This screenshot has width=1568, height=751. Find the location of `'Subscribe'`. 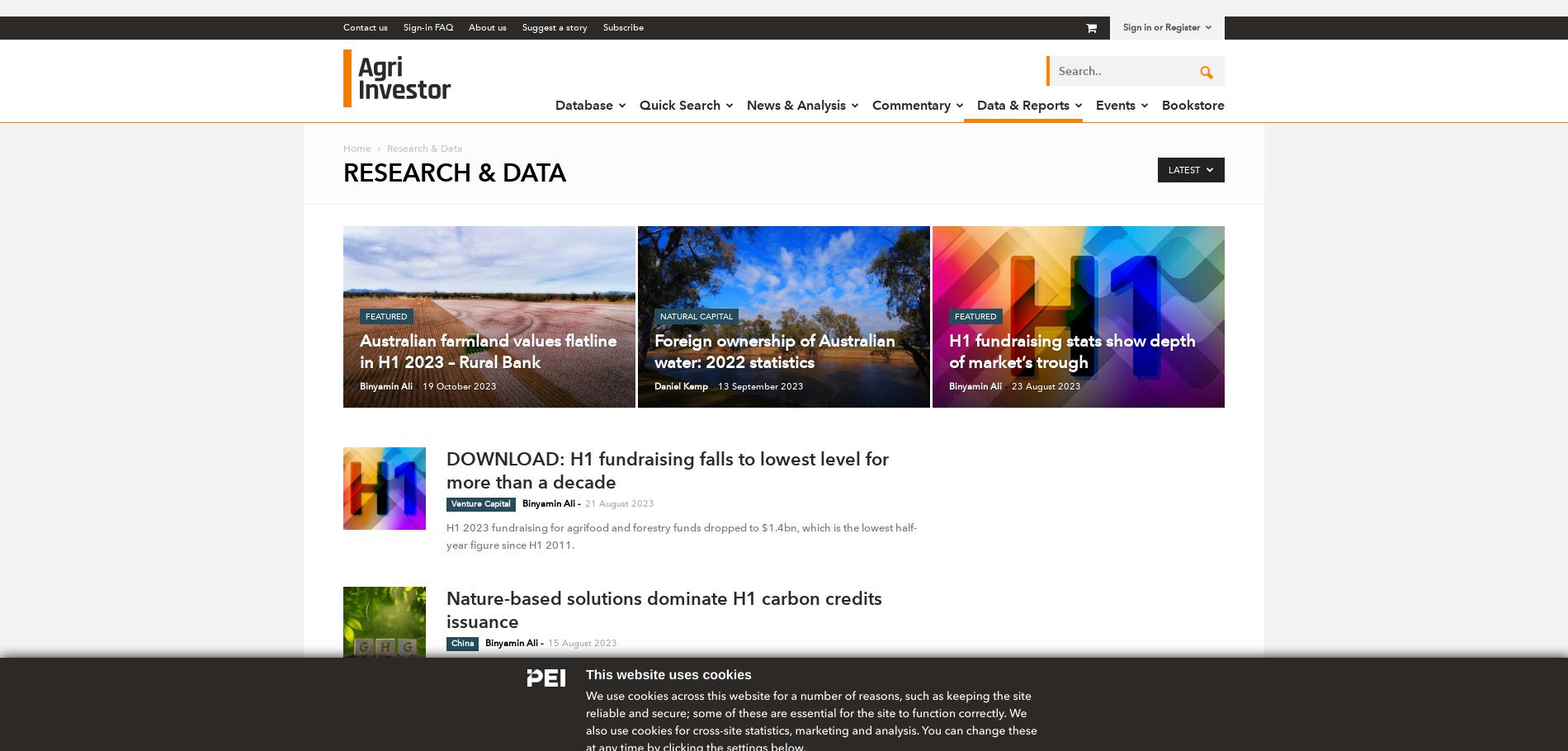

'Subscribe' is located at coordinates (622, 26).